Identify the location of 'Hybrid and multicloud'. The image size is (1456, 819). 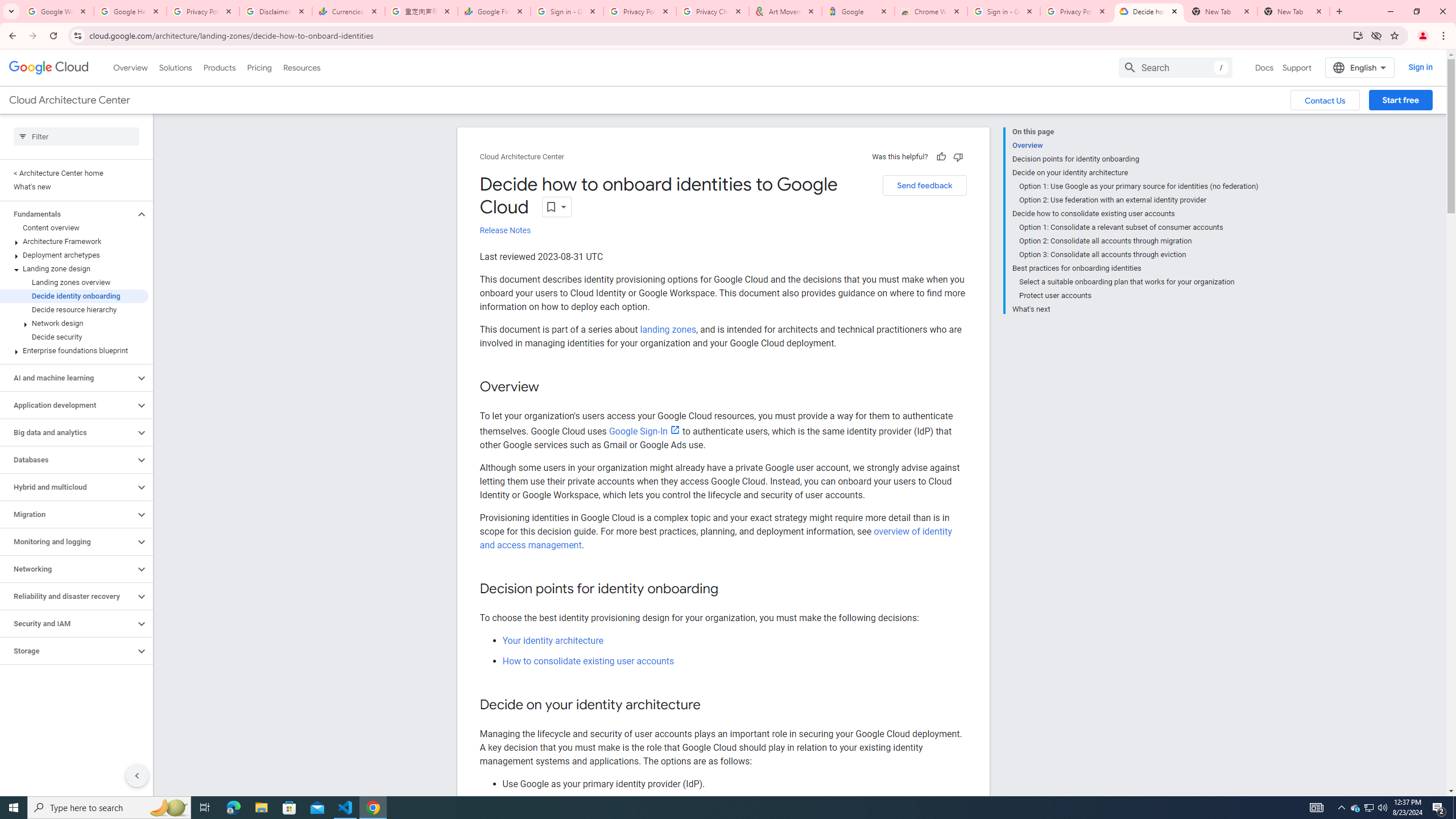
(67, 486).